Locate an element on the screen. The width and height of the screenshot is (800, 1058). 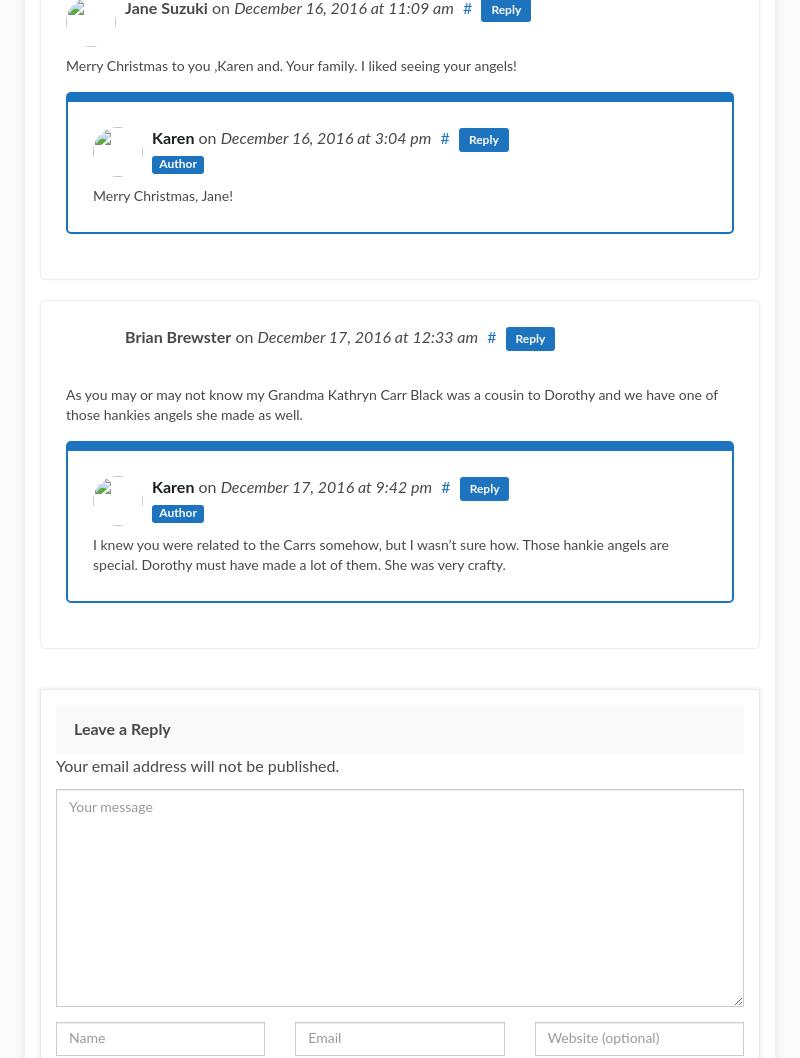
'at 11:09 am' is located at coordinates (411, 8).